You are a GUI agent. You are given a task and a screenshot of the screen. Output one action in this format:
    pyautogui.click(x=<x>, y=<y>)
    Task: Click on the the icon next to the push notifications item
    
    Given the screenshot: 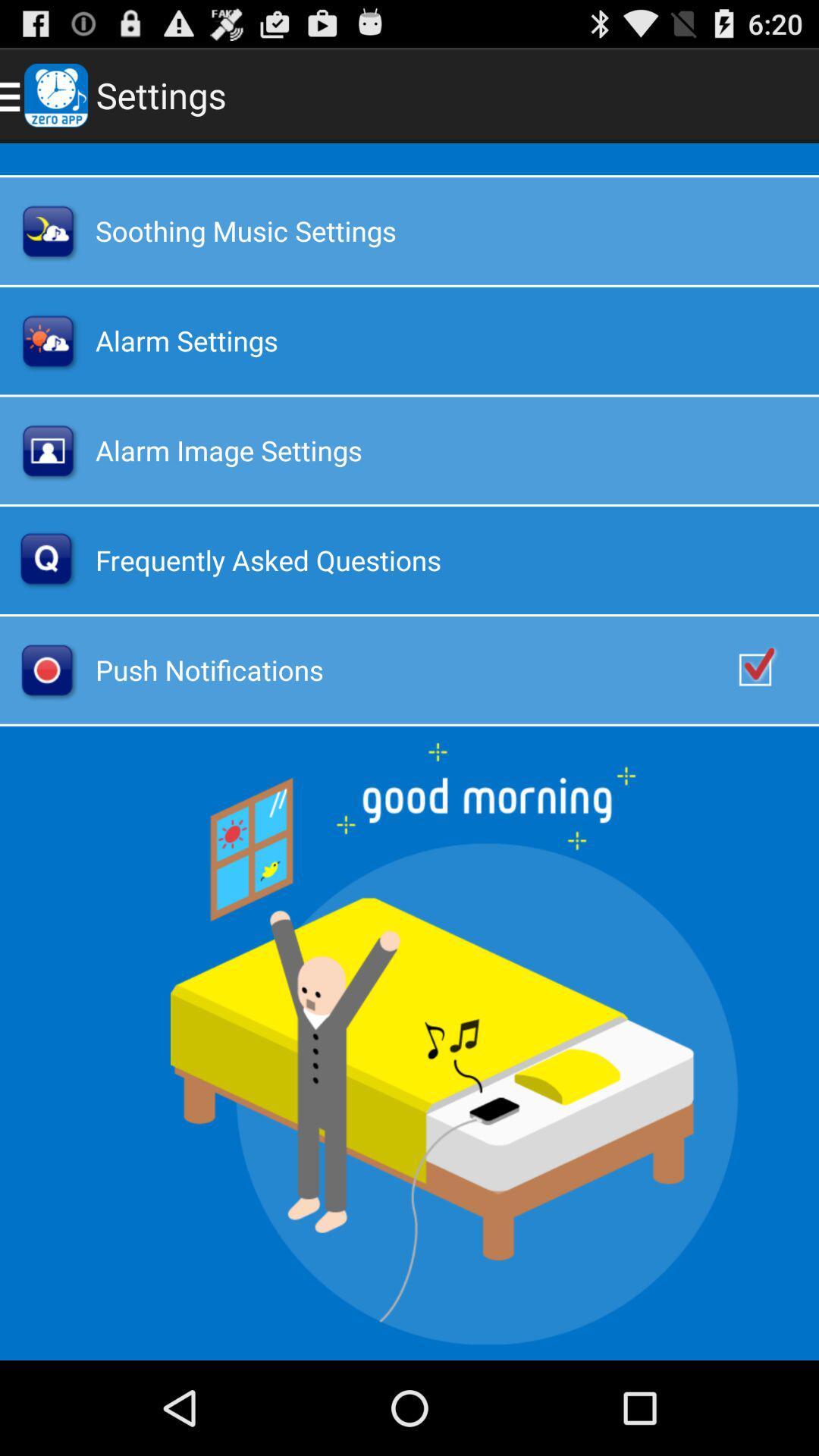 What is the action you would take?
    pyautogui.click(x=771, y=669)
    